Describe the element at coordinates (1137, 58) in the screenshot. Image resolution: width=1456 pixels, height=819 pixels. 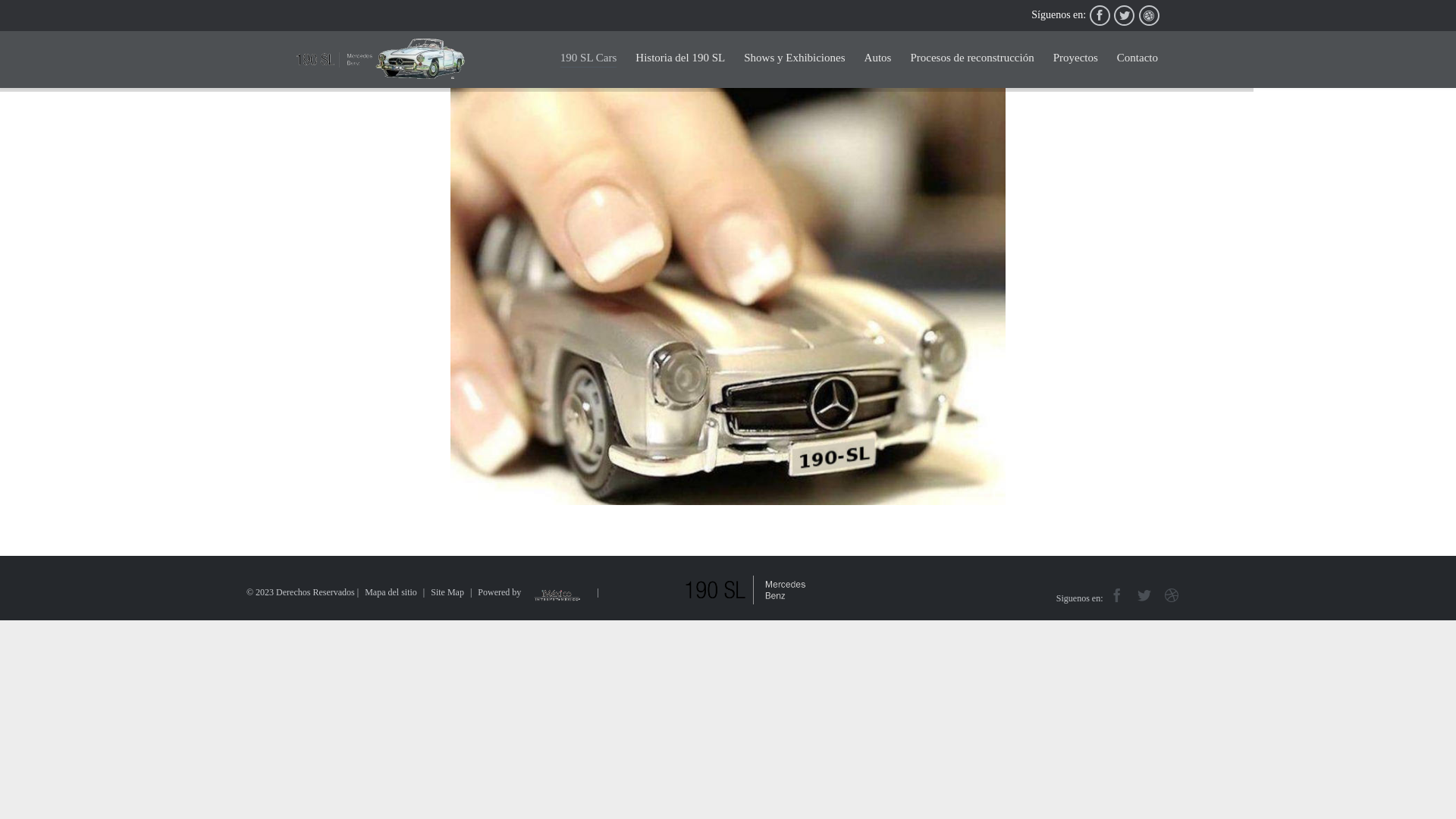
I see `'Contacto'` at that location.